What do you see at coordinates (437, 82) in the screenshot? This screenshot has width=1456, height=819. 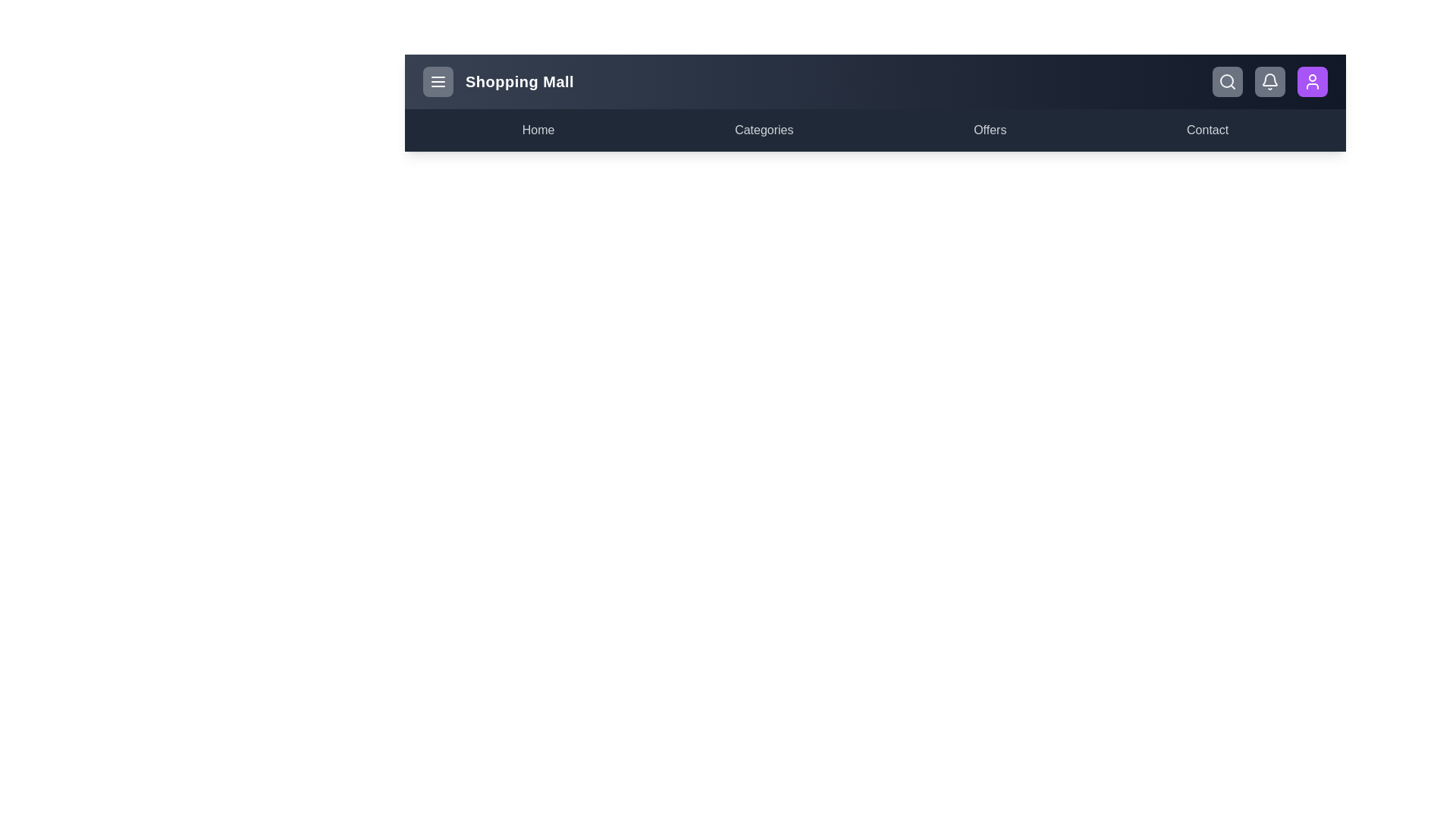 I see `the menu toggle button to toggle the menu visibility` at bounding box center [437, 82].